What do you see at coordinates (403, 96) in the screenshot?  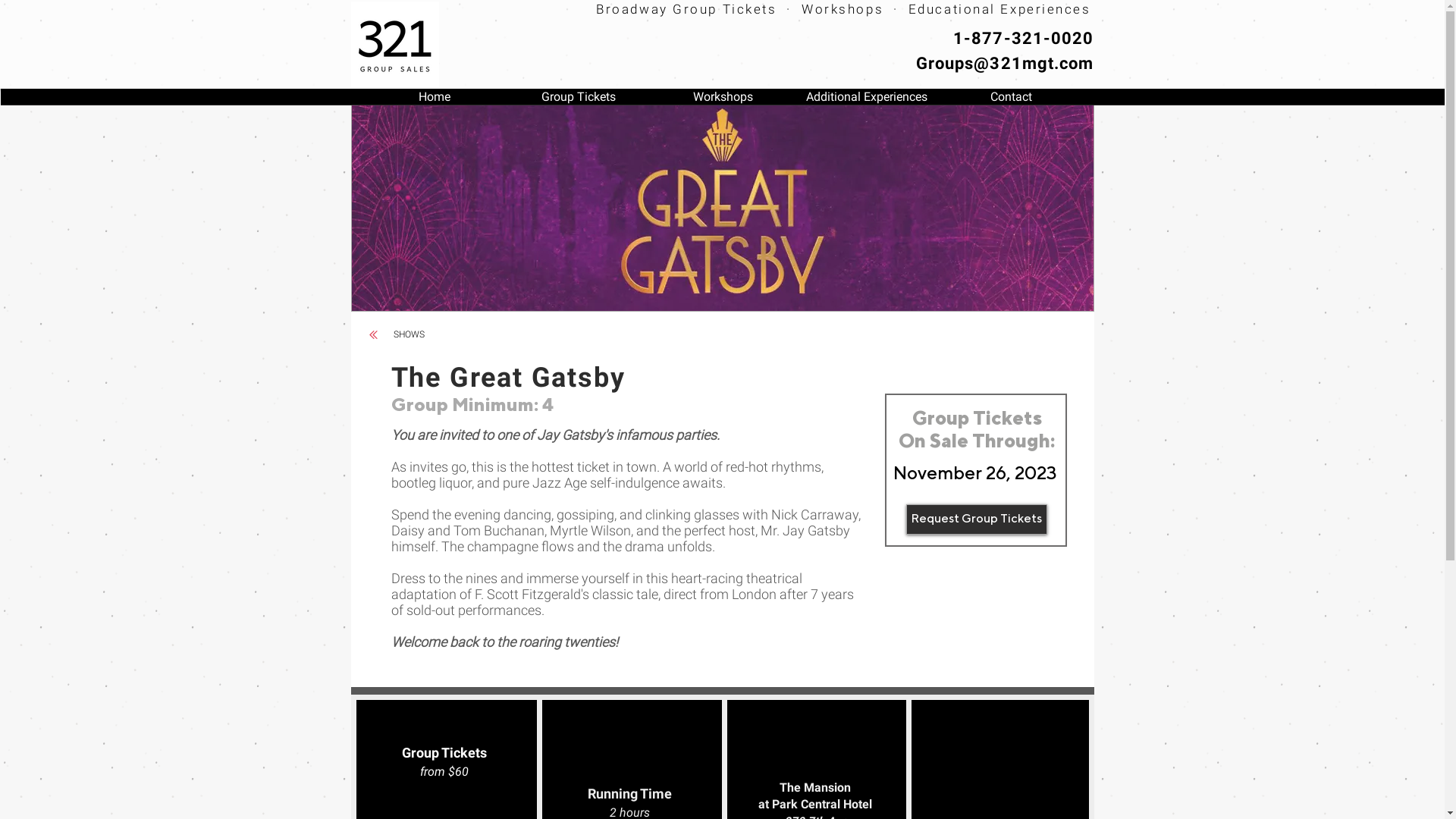 I see `'SHOWS'` at bounding box center [403, 96].